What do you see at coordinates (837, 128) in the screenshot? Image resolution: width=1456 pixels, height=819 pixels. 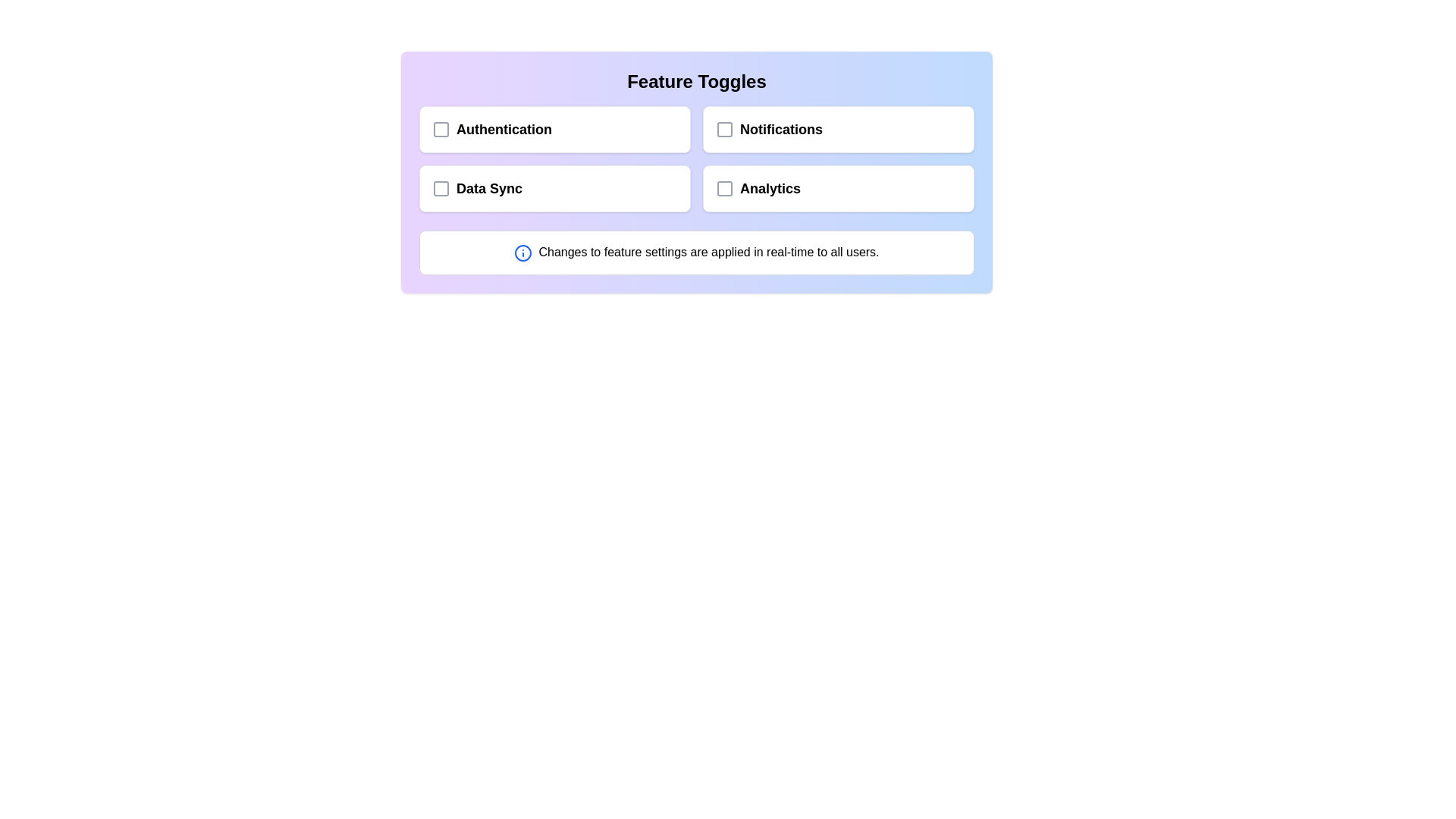 I see `the checkbox labeled 'Notifications' located in the top row, right column of the feature toggle grid, next to 'Authentication' and above 'Analytics'` at bounding box center [837, 128].